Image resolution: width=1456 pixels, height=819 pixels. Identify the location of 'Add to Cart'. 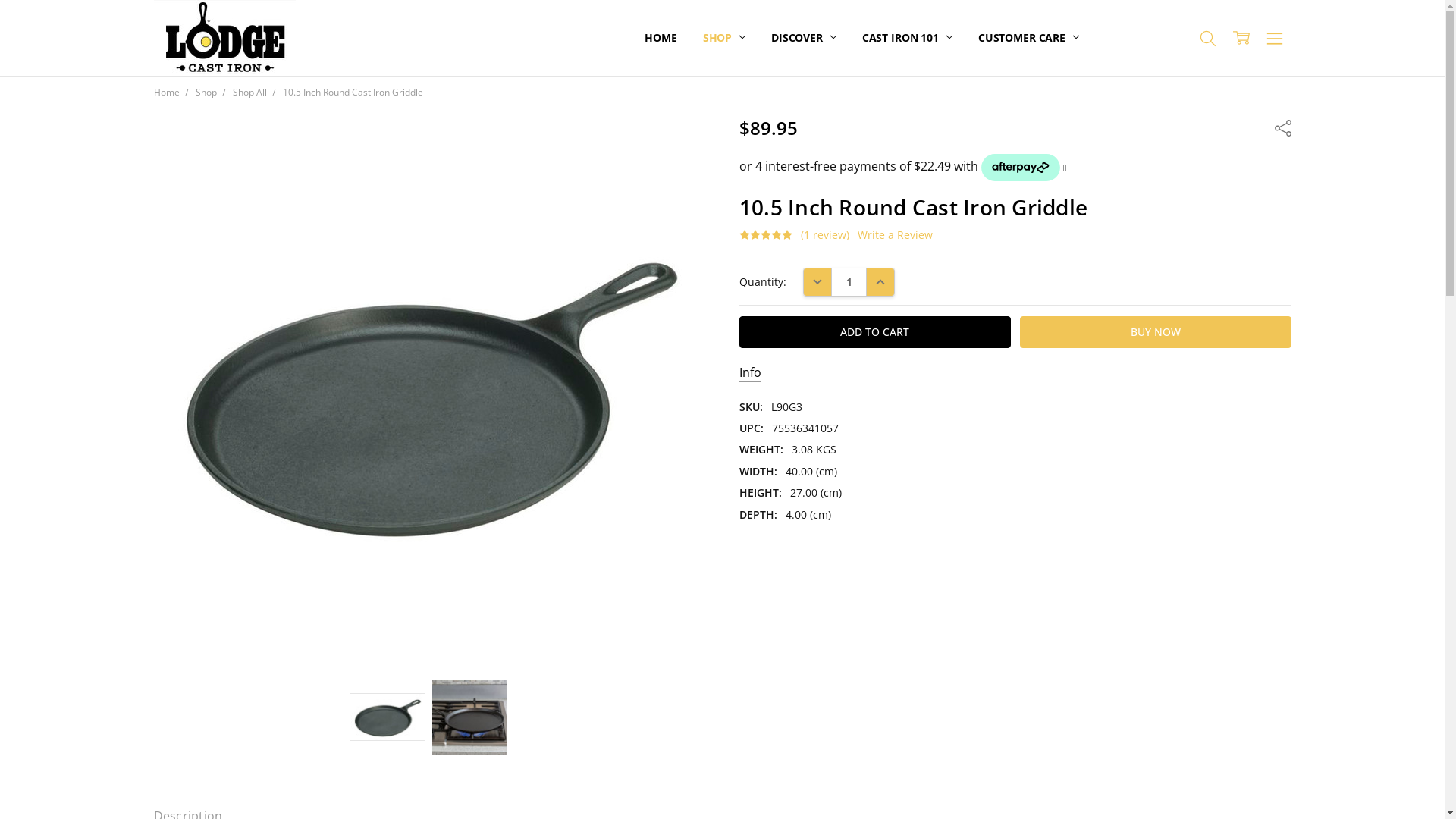
(874, 331).